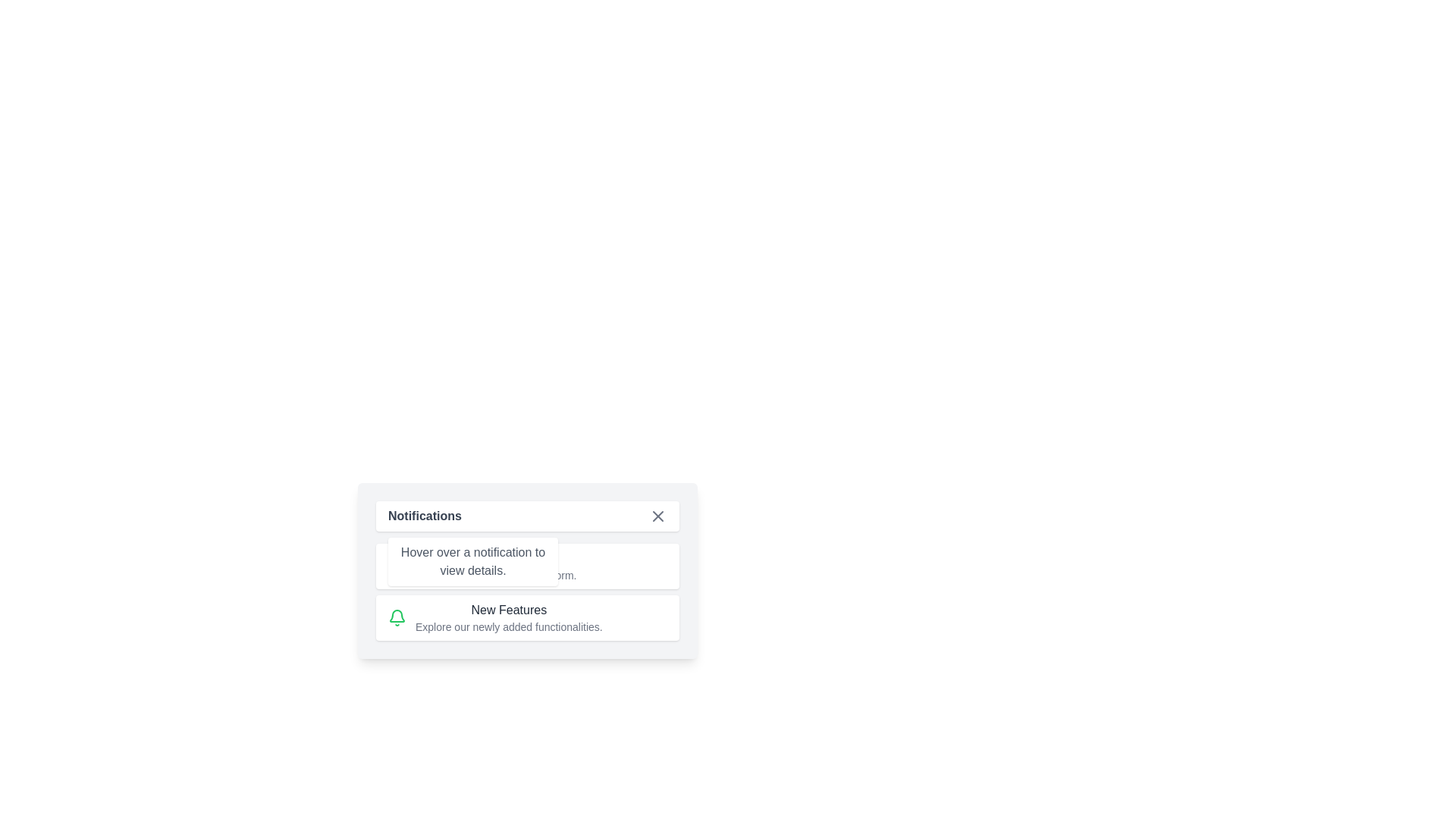  I want to click on instructional text box displaying 'Hover over a notification to view details.' which is centrally located below the 'Notifications' header and above other notification items, so click(472, 561).